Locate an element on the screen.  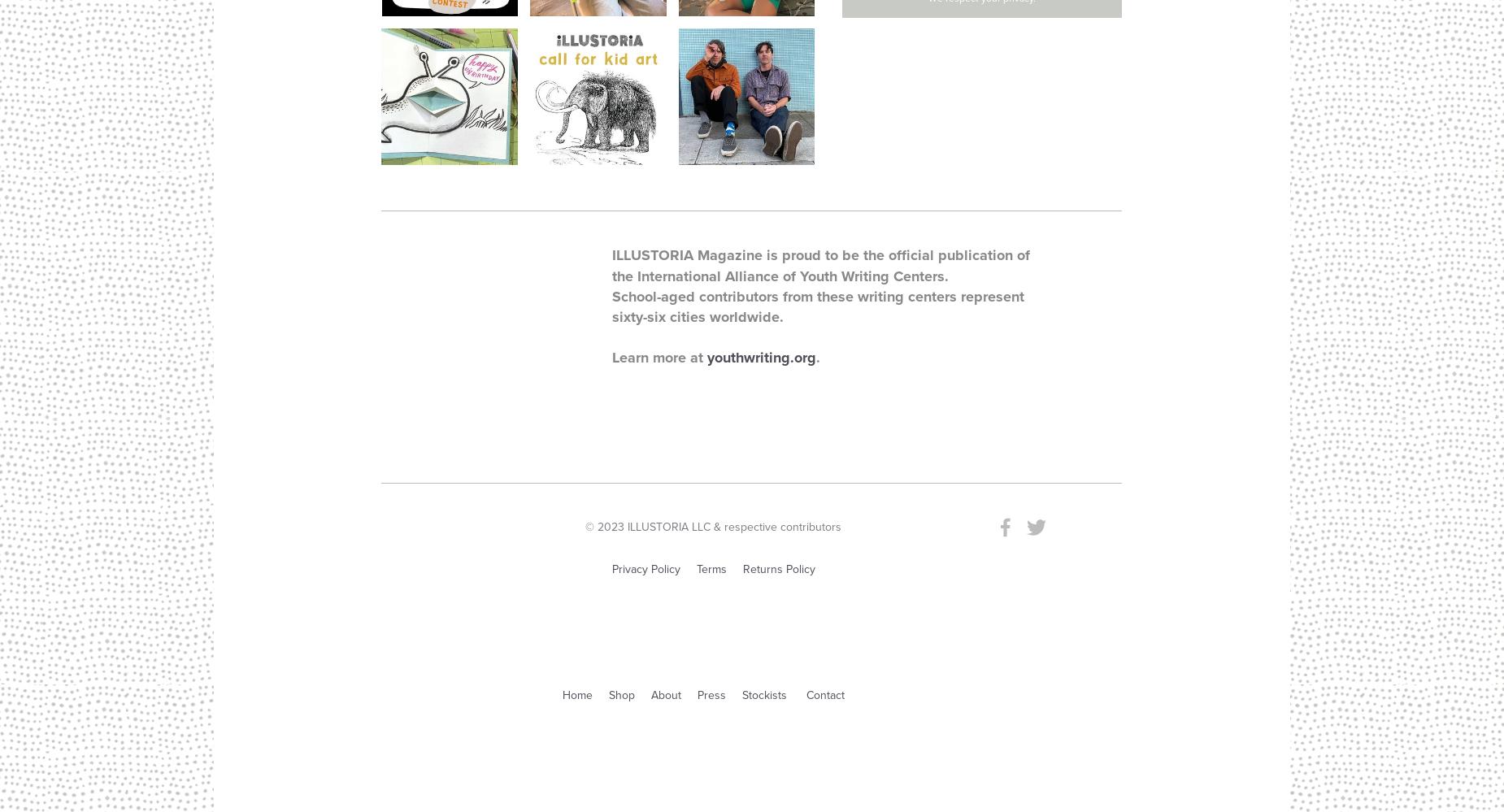
'About' is located at coordinates (666, 694).